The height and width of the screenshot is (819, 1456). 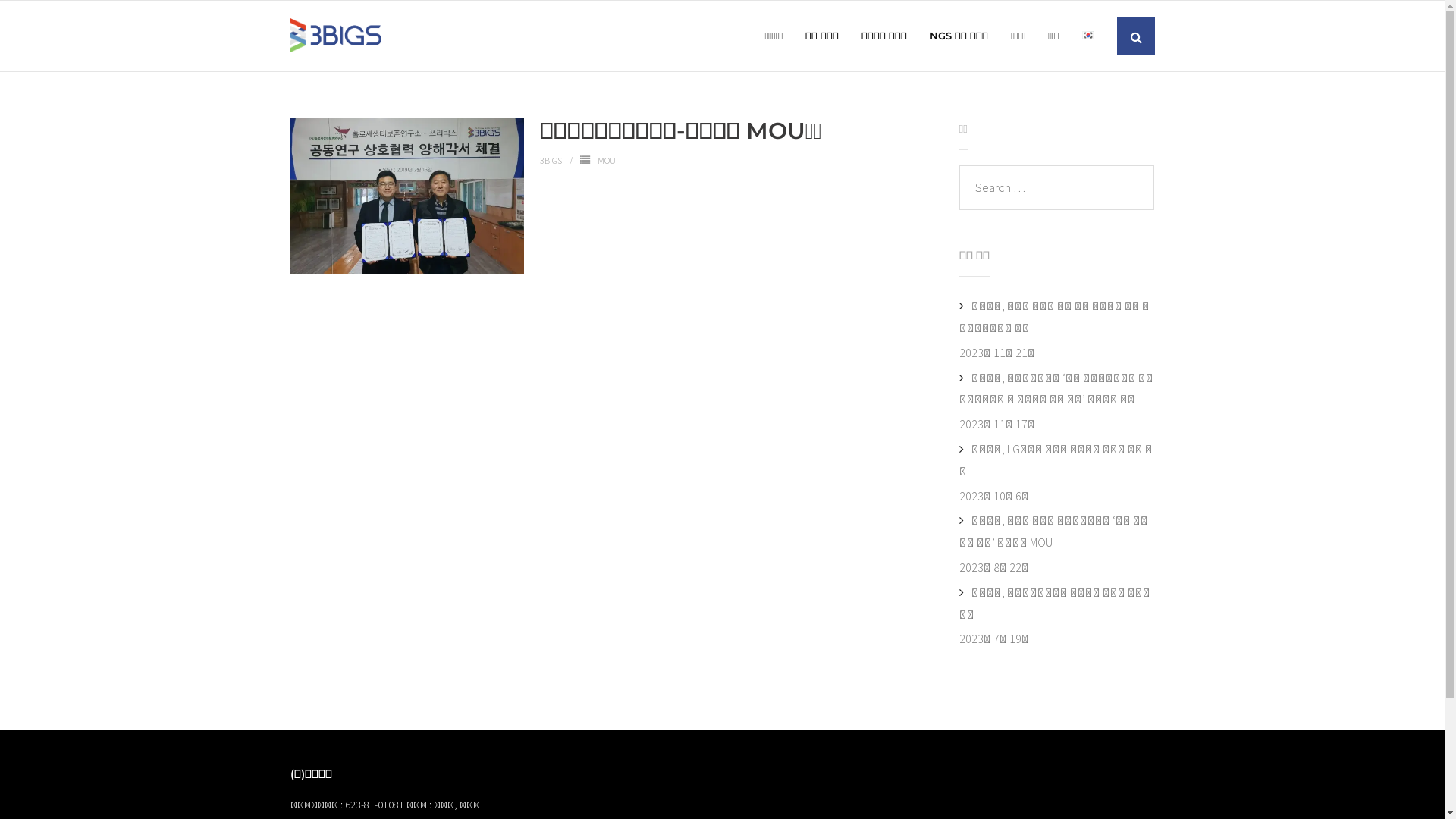 I want to click on 'MOU', so click(x=607, y=160).